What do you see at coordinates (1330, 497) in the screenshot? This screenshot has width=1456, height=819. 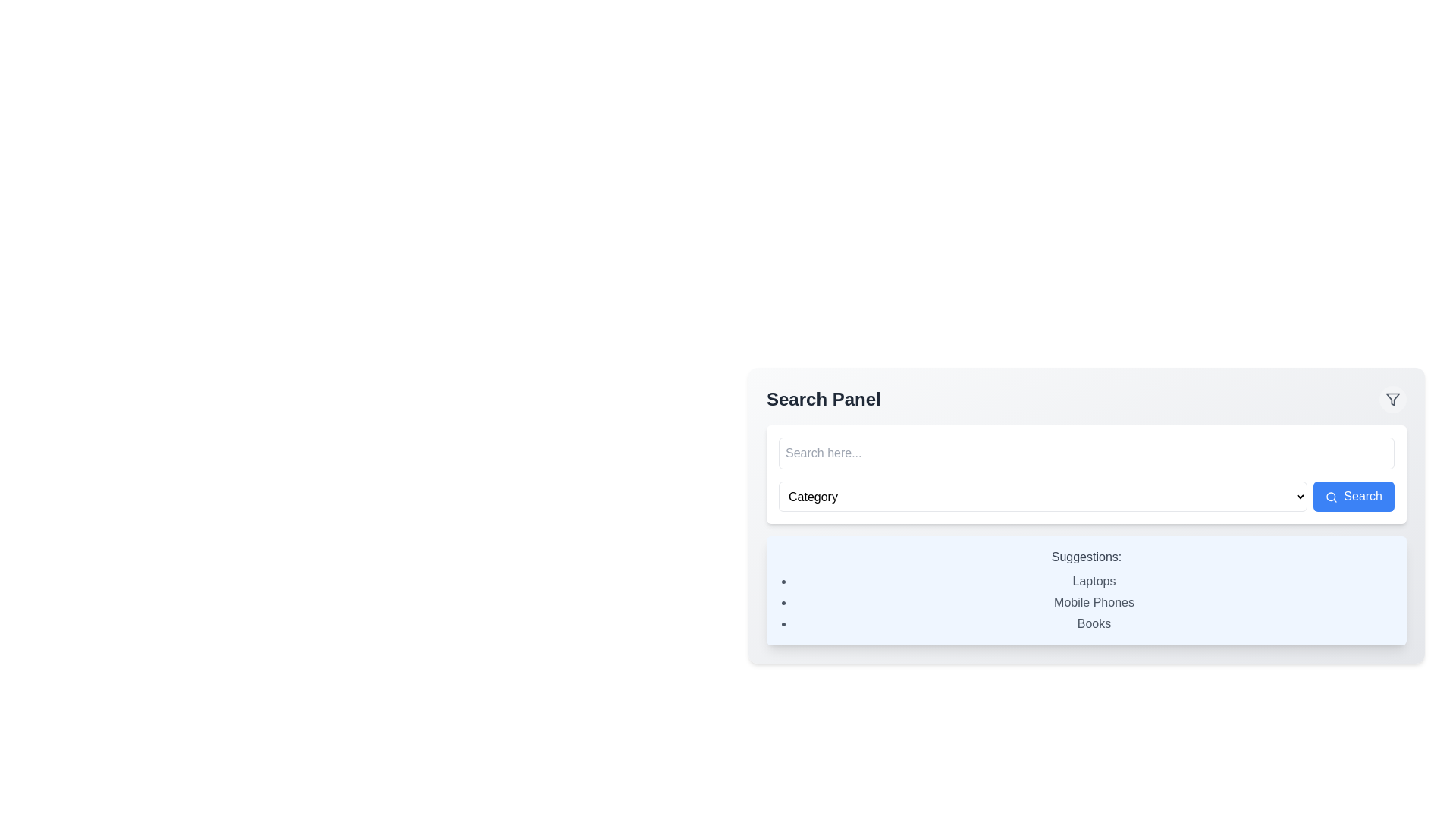 I see `the small search icon, which is a magnifying glass located within the 'Search' button on the right side of the input fields in the 'Search Panel' section` at bounding box center [1330, 497].